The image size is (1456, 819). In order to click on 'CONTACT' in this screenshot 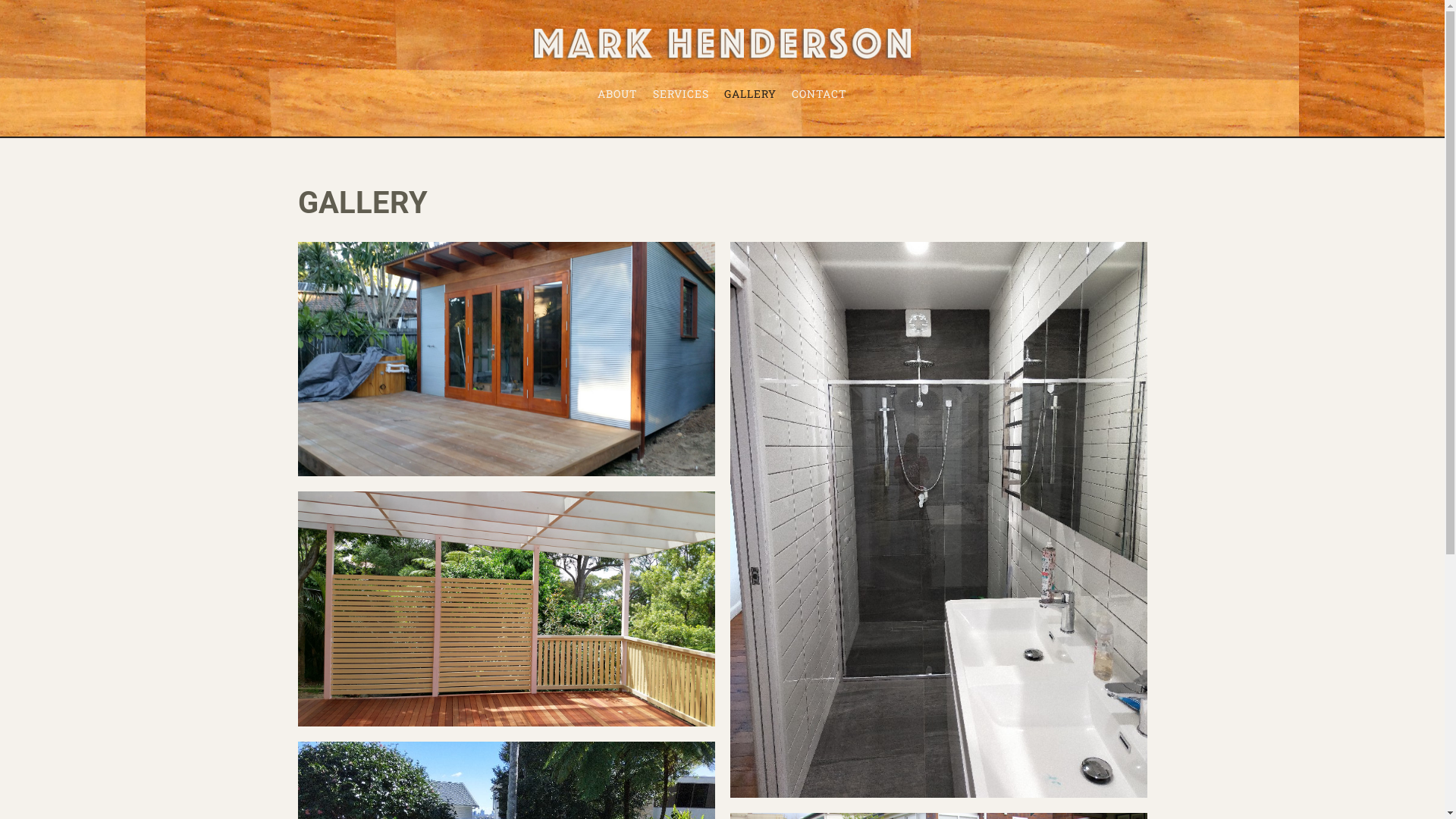, I will do `click(783, 93)`.